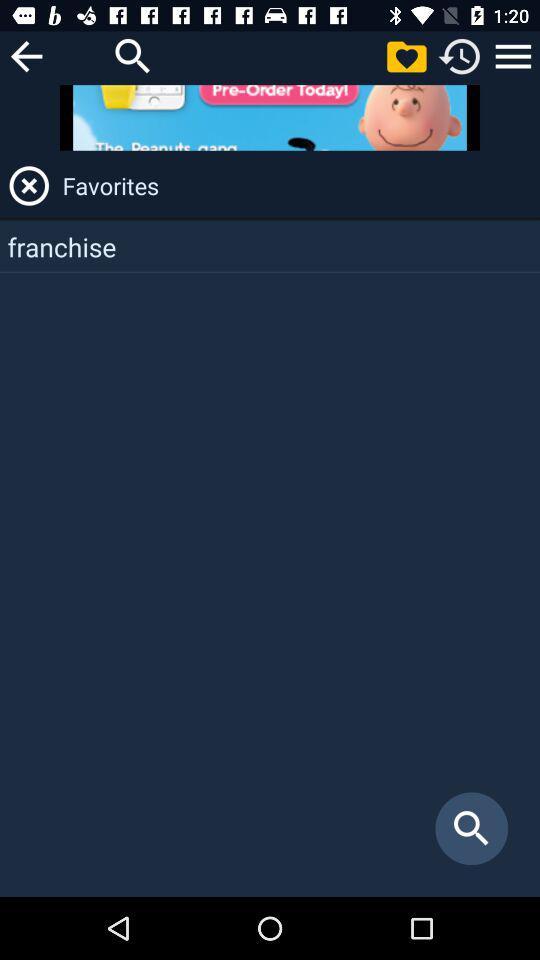  What do you see at coordinates (25, 55) in the screenshot?
I see `go back` at bounding box center [25, 55].